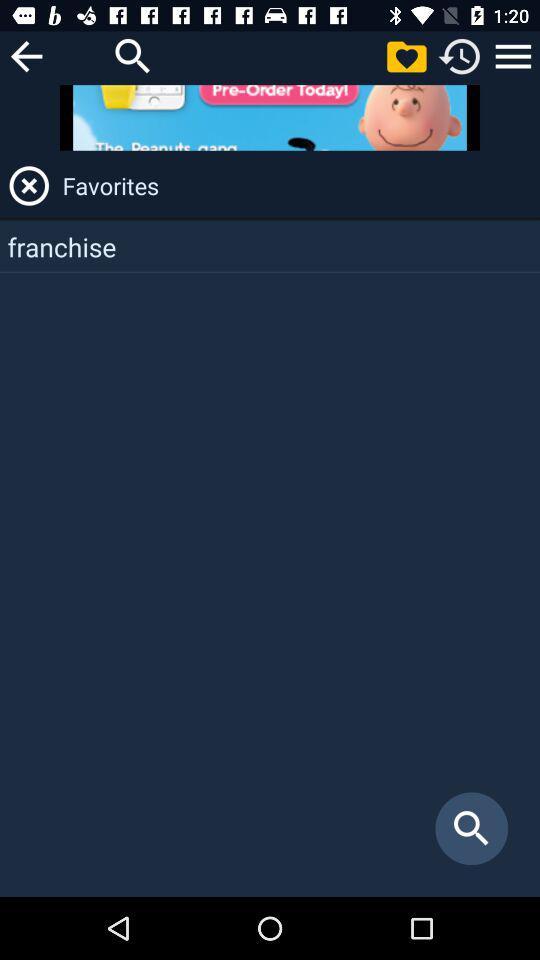  What do you see at coordinates (25, 55) in the screenshot?
I see `go back` at bounding box center [25, 55].